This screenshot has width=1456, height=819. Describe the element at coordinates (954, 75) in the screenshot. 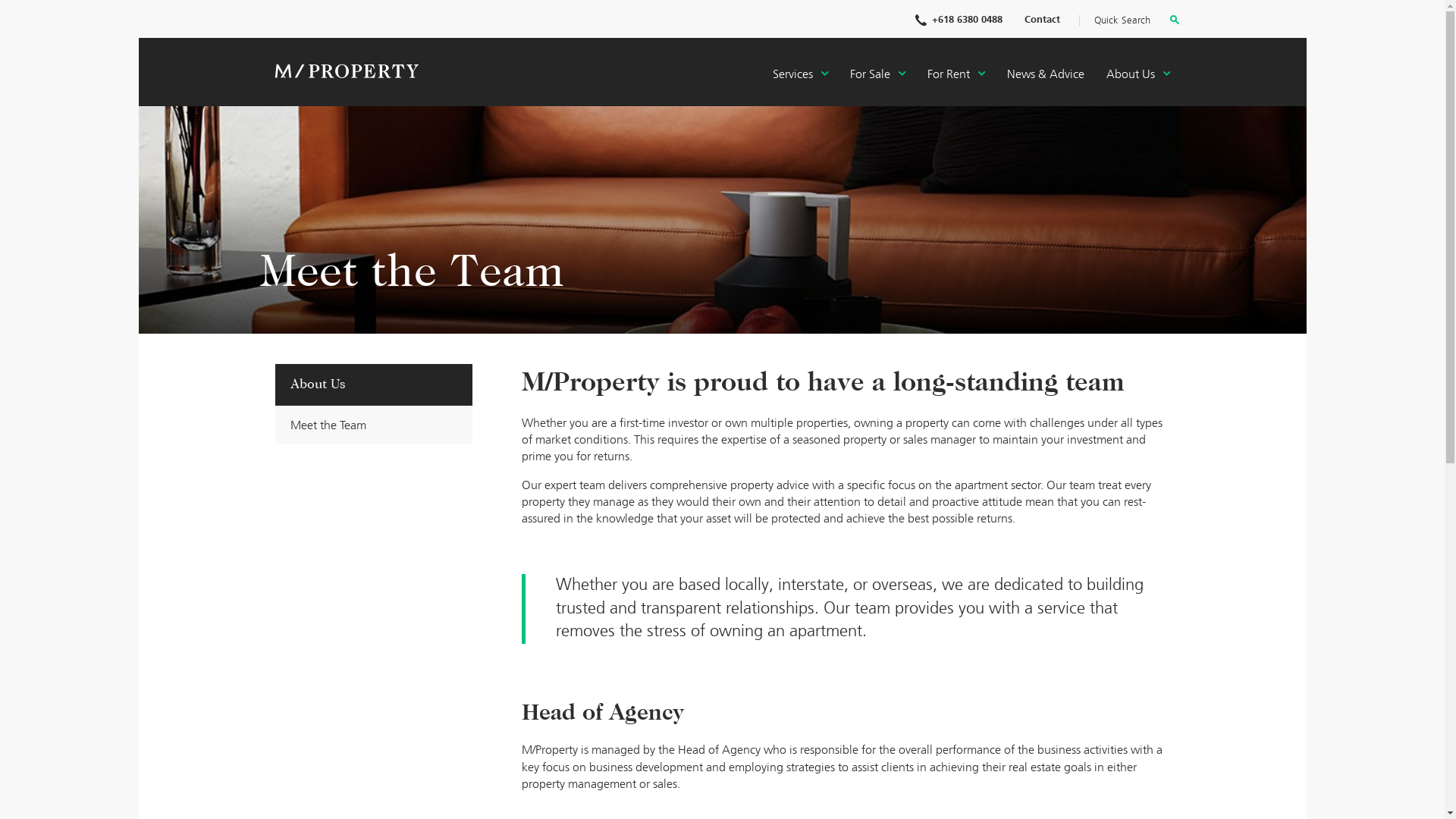

I see `'For Rent'` at that location.